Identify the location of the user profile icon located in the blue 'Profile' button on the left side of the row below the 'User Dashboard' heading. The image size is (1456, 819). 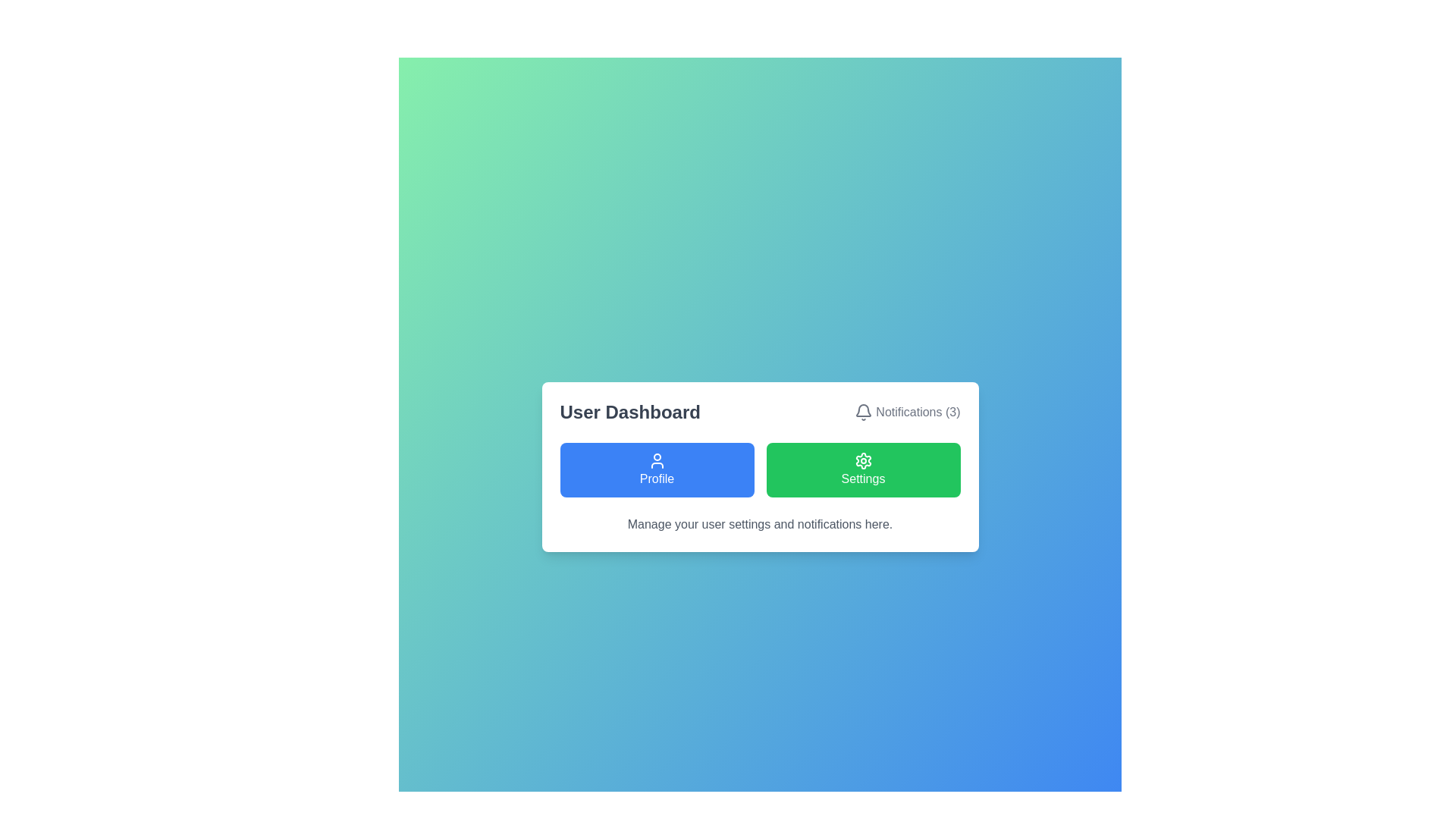
(657, 460).